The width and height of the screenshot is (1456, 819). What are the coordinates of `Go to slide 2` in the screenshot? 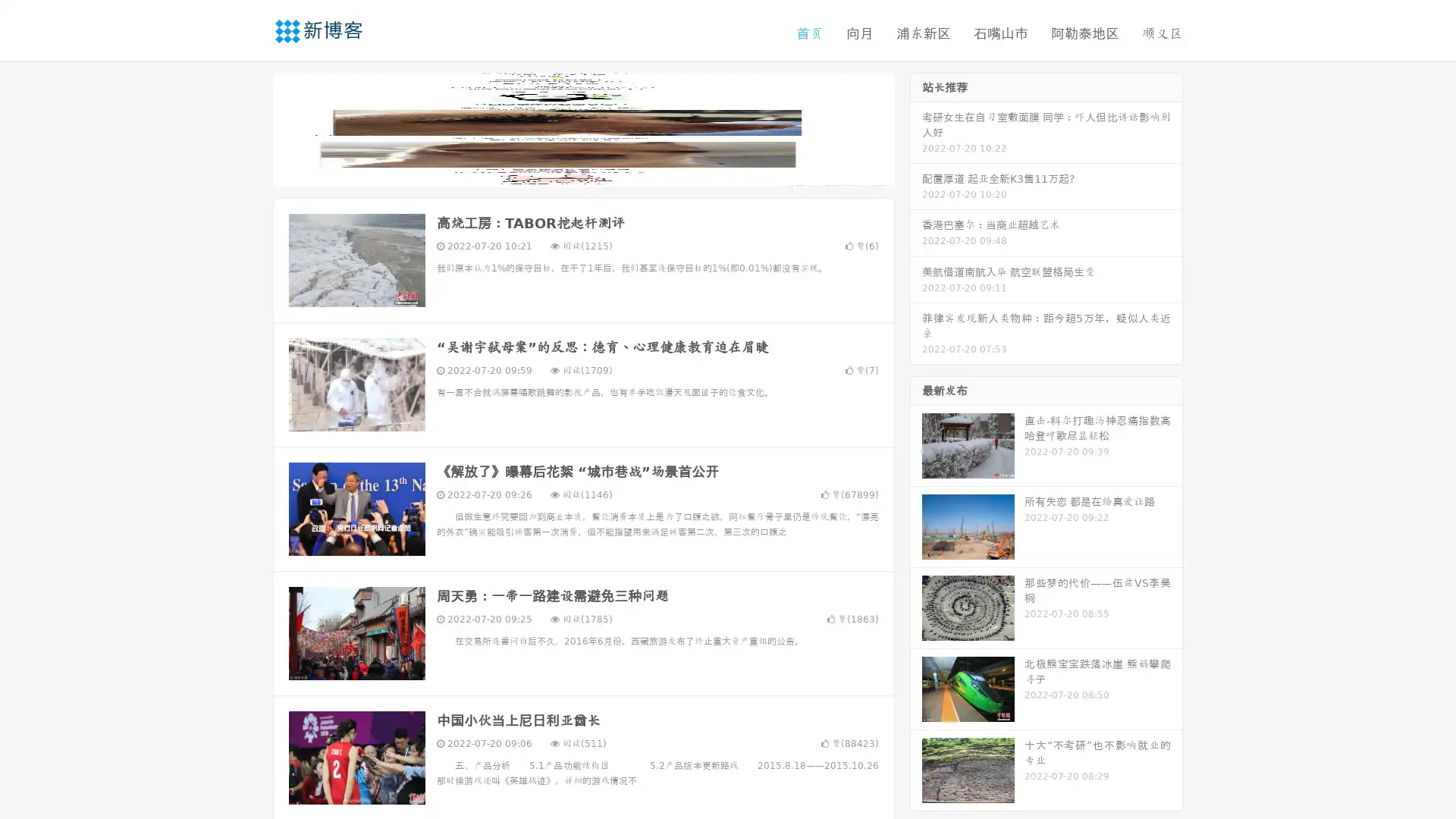 It's located at (582, 171).